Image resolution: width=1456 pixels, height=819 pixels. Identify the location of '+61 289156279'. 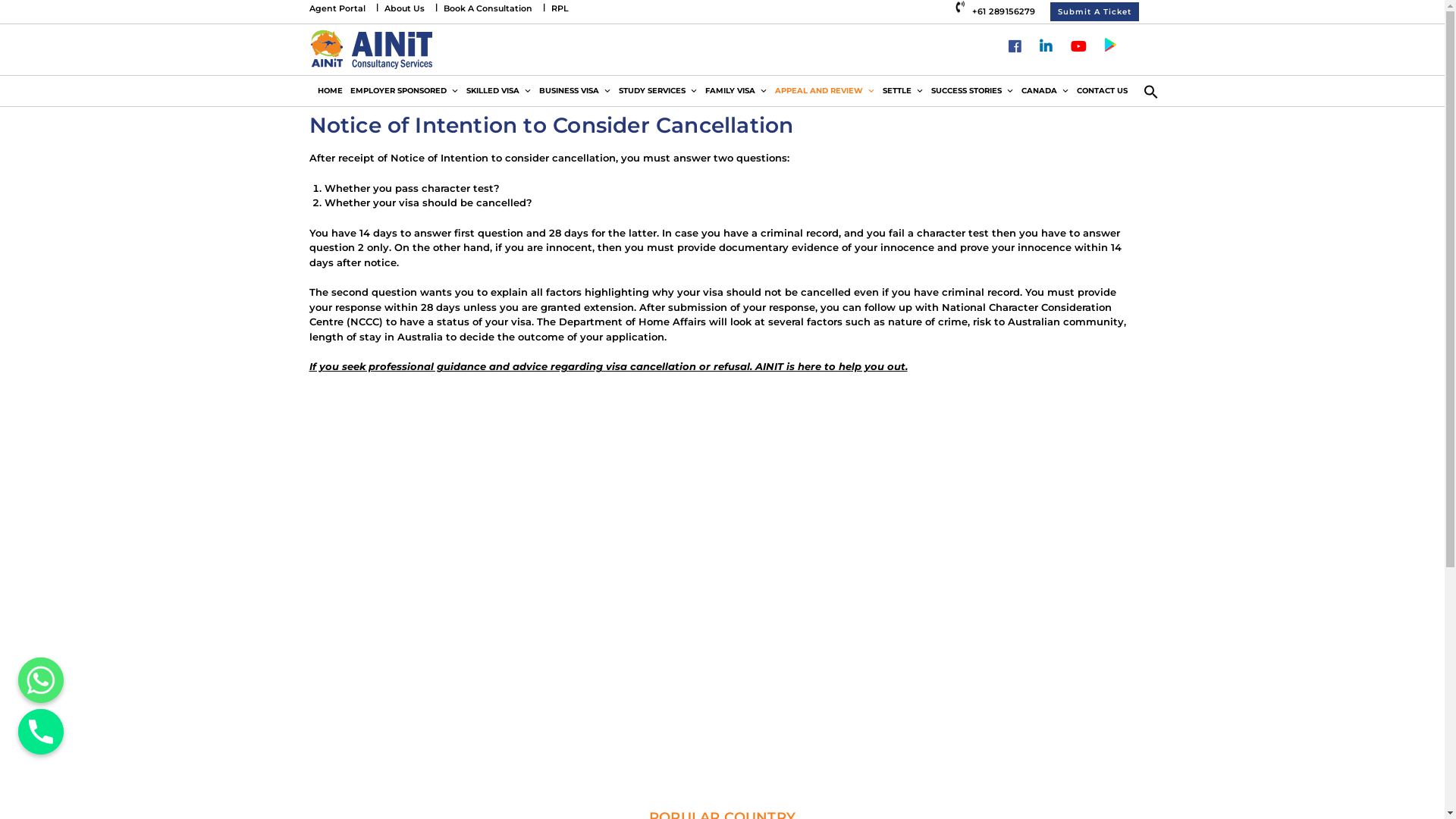
(997, 11).